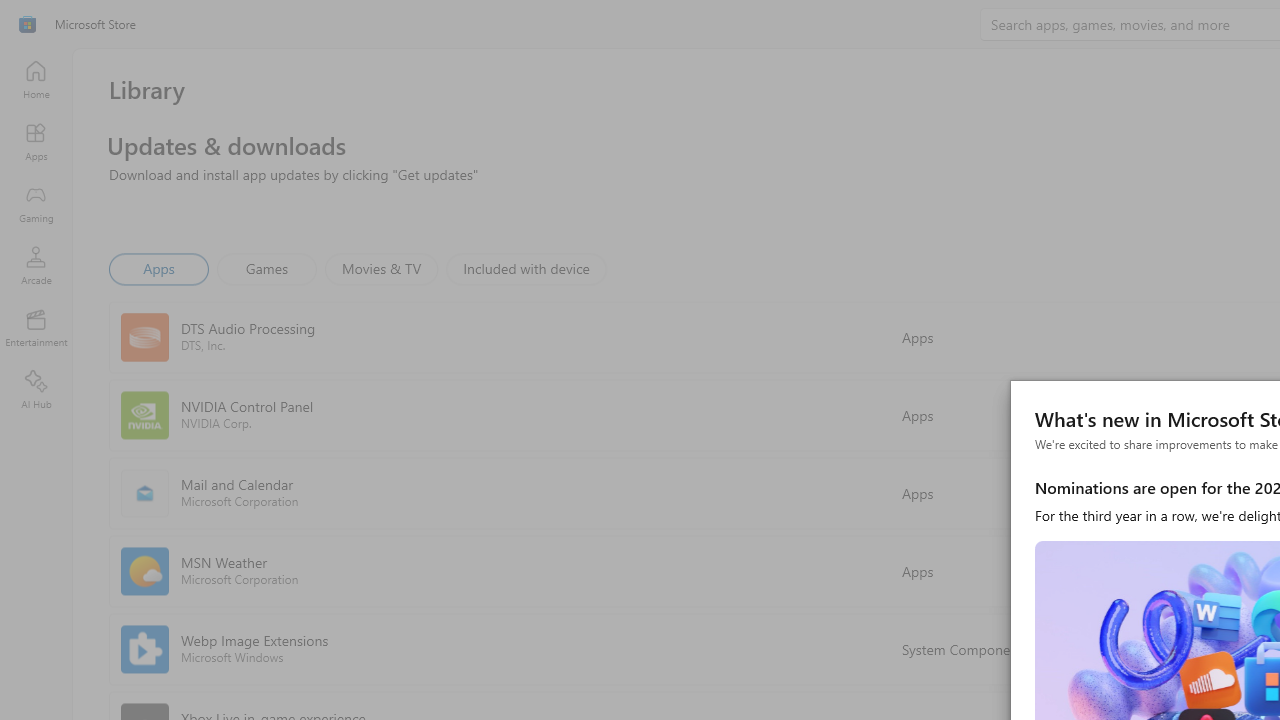 The height and width of the screenshot is (720, 1280). What do you see at coordinates (381, 267) in the screenshot?
I see `'Movies & TV'` at bounding box center [381, 267].